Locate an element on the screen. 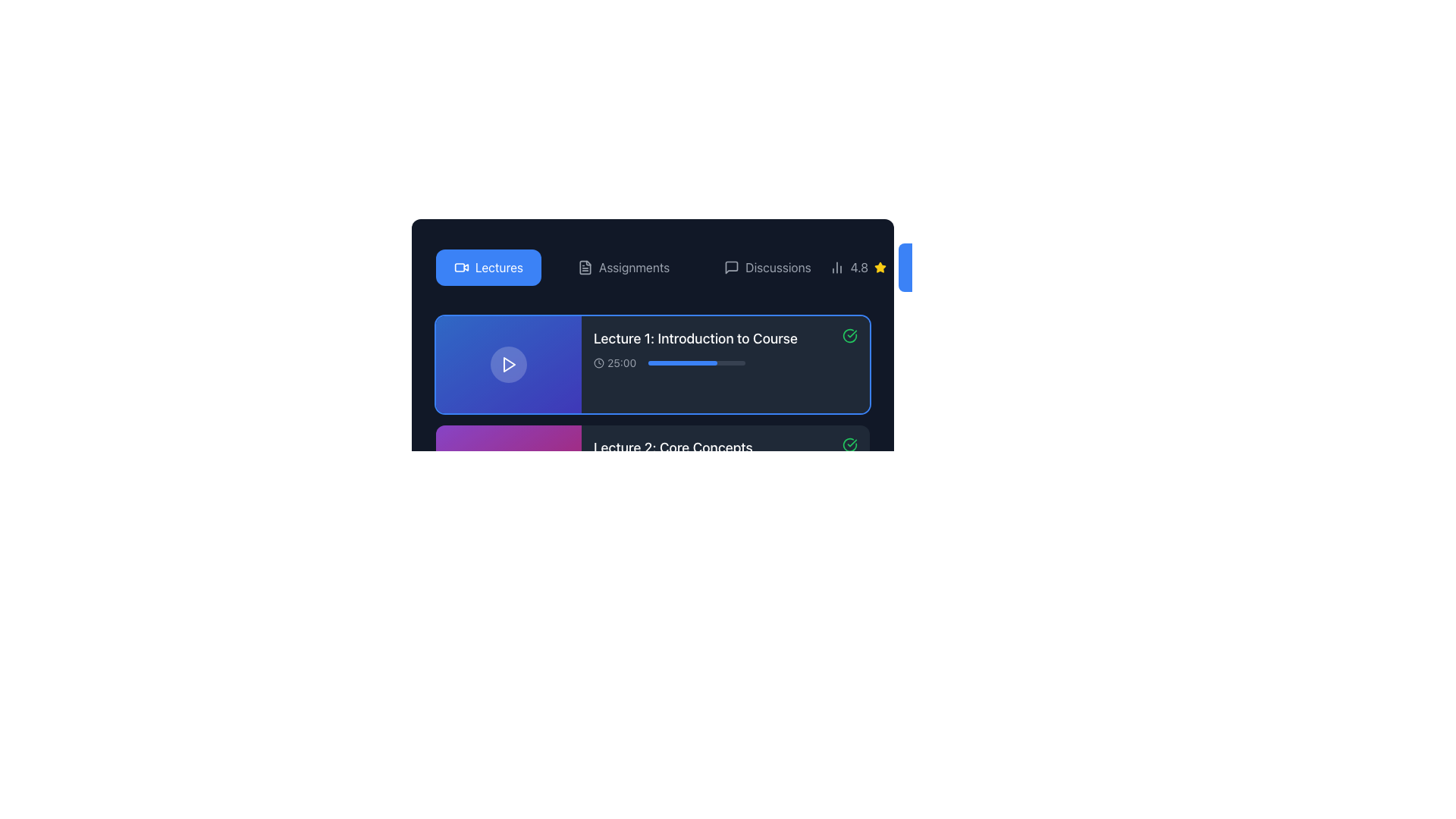  the interactive media playback button, which is represented by a play icon and is located to the left of the text 'Lecture 1: Introduction to Course' and its duration '25:00' is located at coordinates (509, 365).